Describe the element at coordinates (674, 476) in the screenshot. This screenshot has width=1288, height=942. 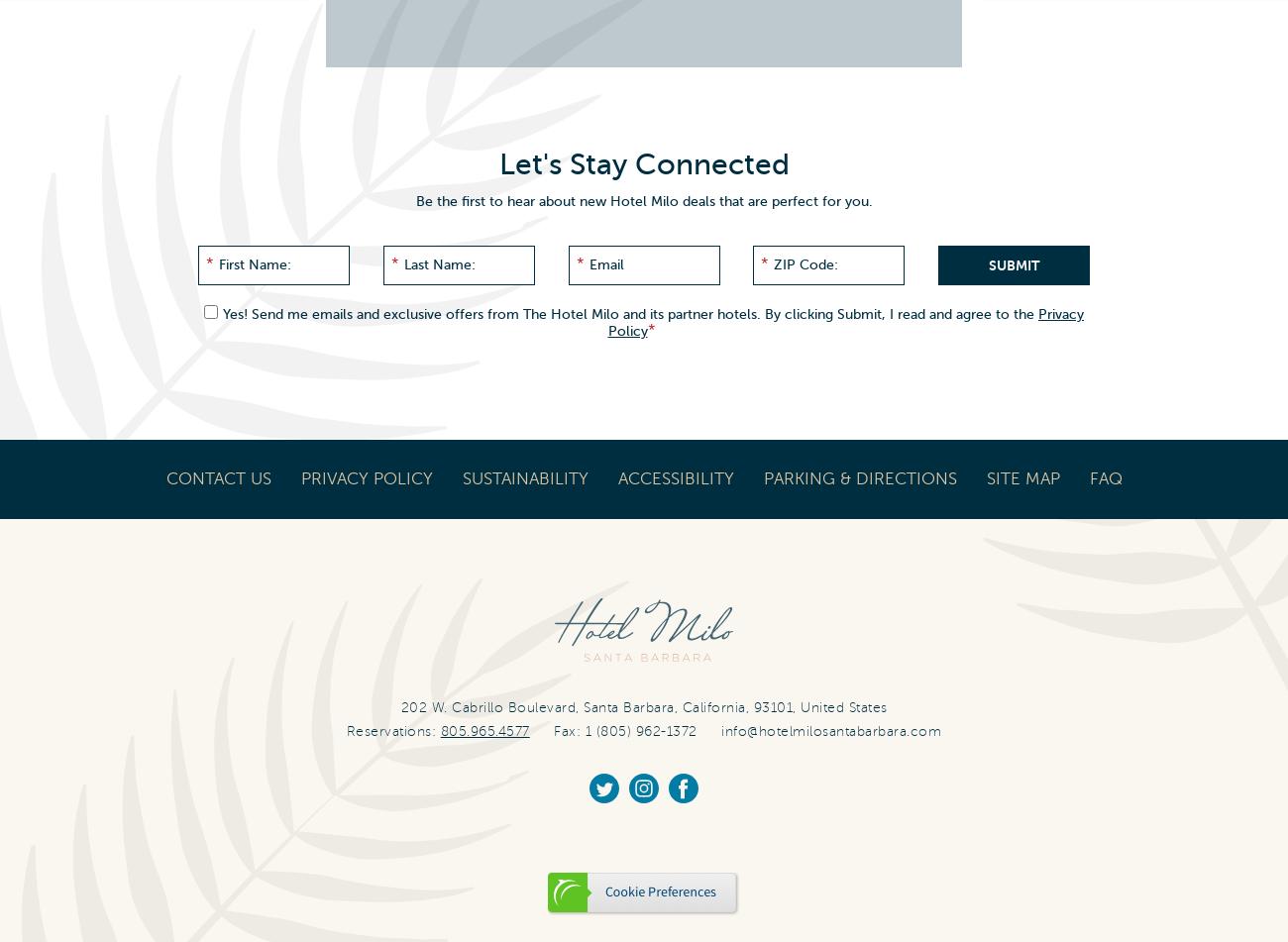
I see `'Accessibility'` at that location.